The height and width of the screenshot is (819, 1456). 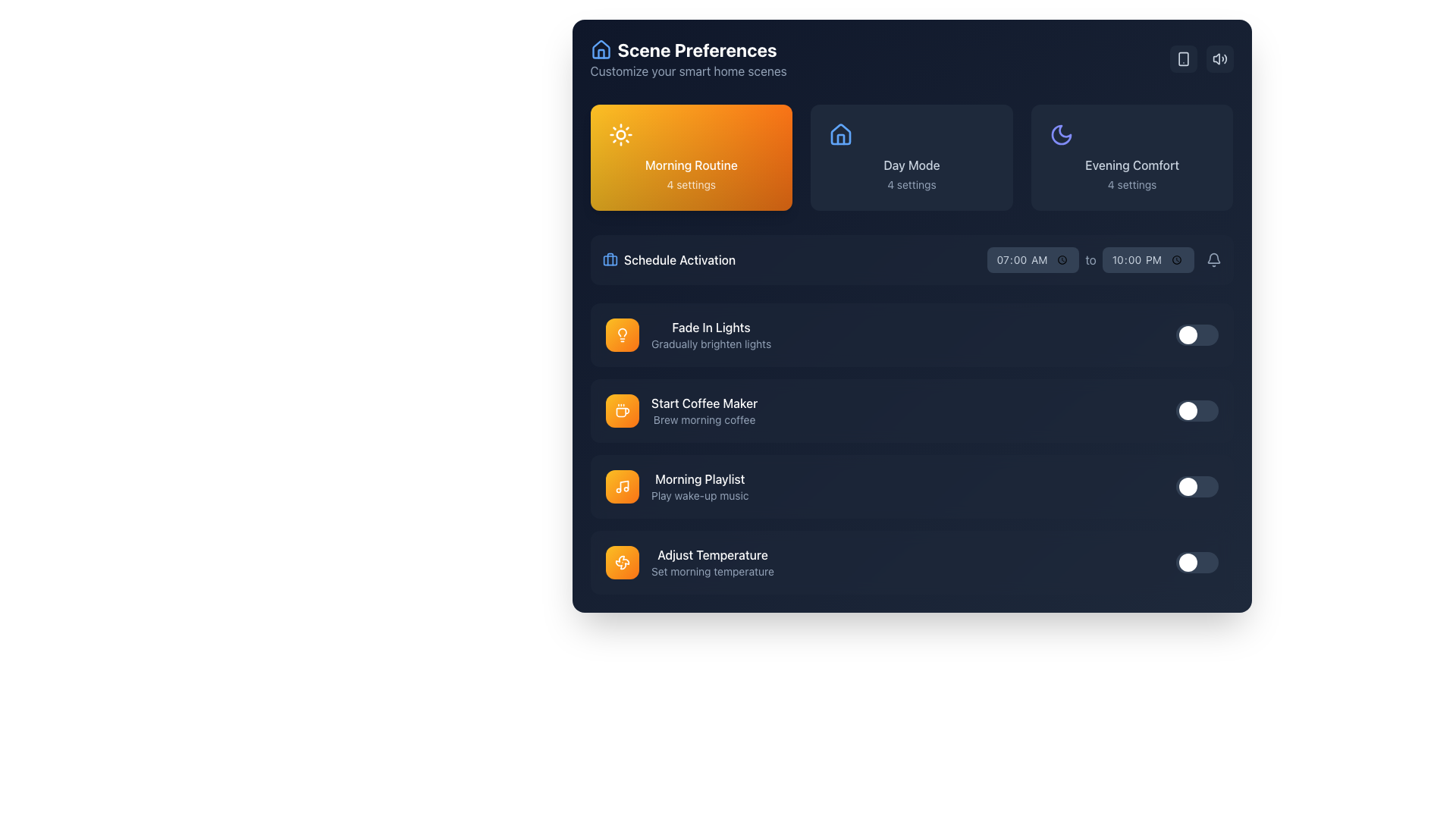 What do you see at coordinates (676, 486) in the screenshot?
I see `the 'Morning Playlist' selectable item in the middle-right section of the interface` at bounding box center [676, 486].